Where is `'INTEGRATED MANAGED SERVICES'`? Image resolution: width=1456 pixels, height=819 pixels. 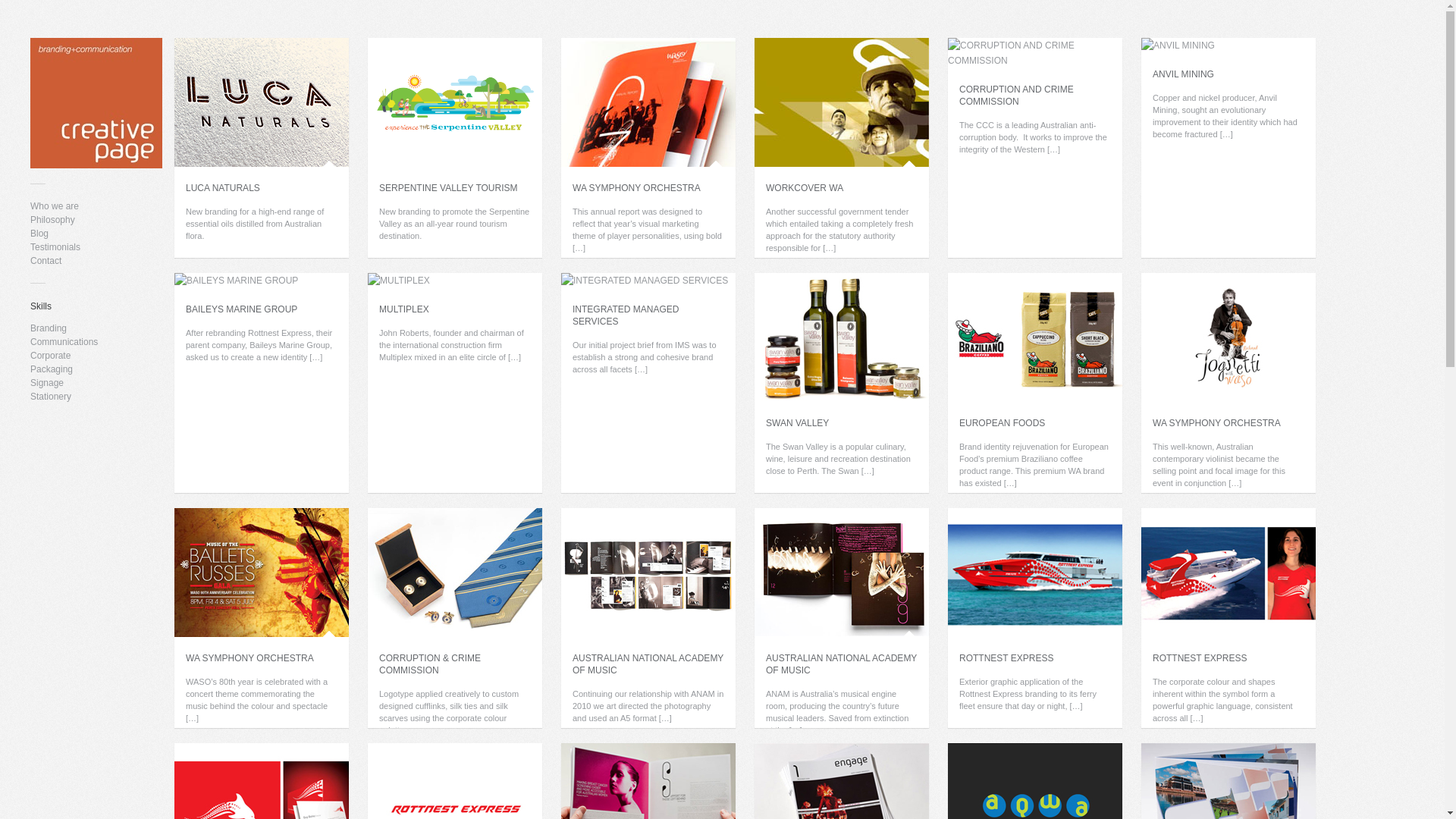 'INTEGRATED MANAGED SERVICES' is located at coordinates (571, 315).